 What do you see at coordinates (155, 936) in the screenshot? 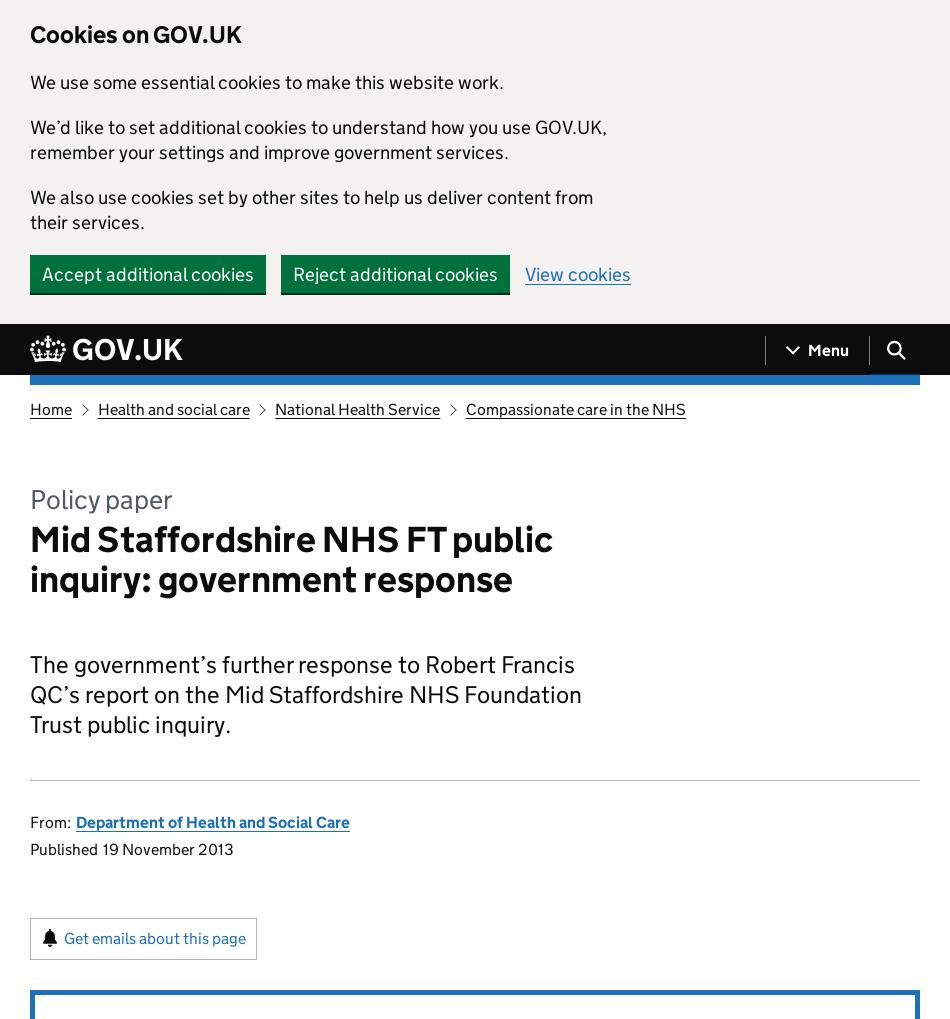
I see `'Get emails about this page'` at bounding box center [155, 936].